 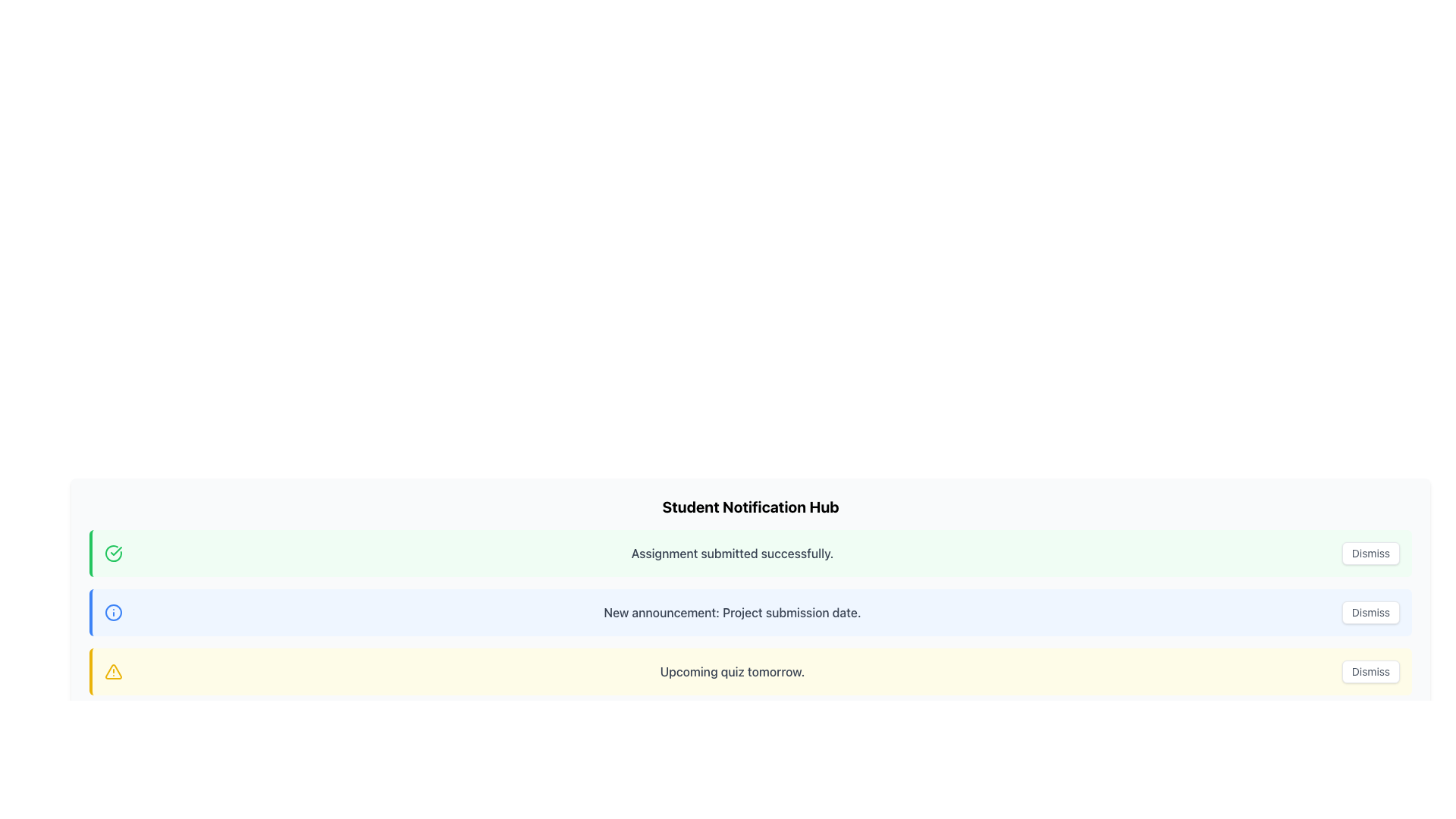 What do you see at coordinates (112, 611) in the screenshot?
I see `the information icon represented as an outlined blue circle with a smaller solid circle inside it, located in the second notification bar titled 'New announcement: Project submission date.'` at bounding box center [112, 611].